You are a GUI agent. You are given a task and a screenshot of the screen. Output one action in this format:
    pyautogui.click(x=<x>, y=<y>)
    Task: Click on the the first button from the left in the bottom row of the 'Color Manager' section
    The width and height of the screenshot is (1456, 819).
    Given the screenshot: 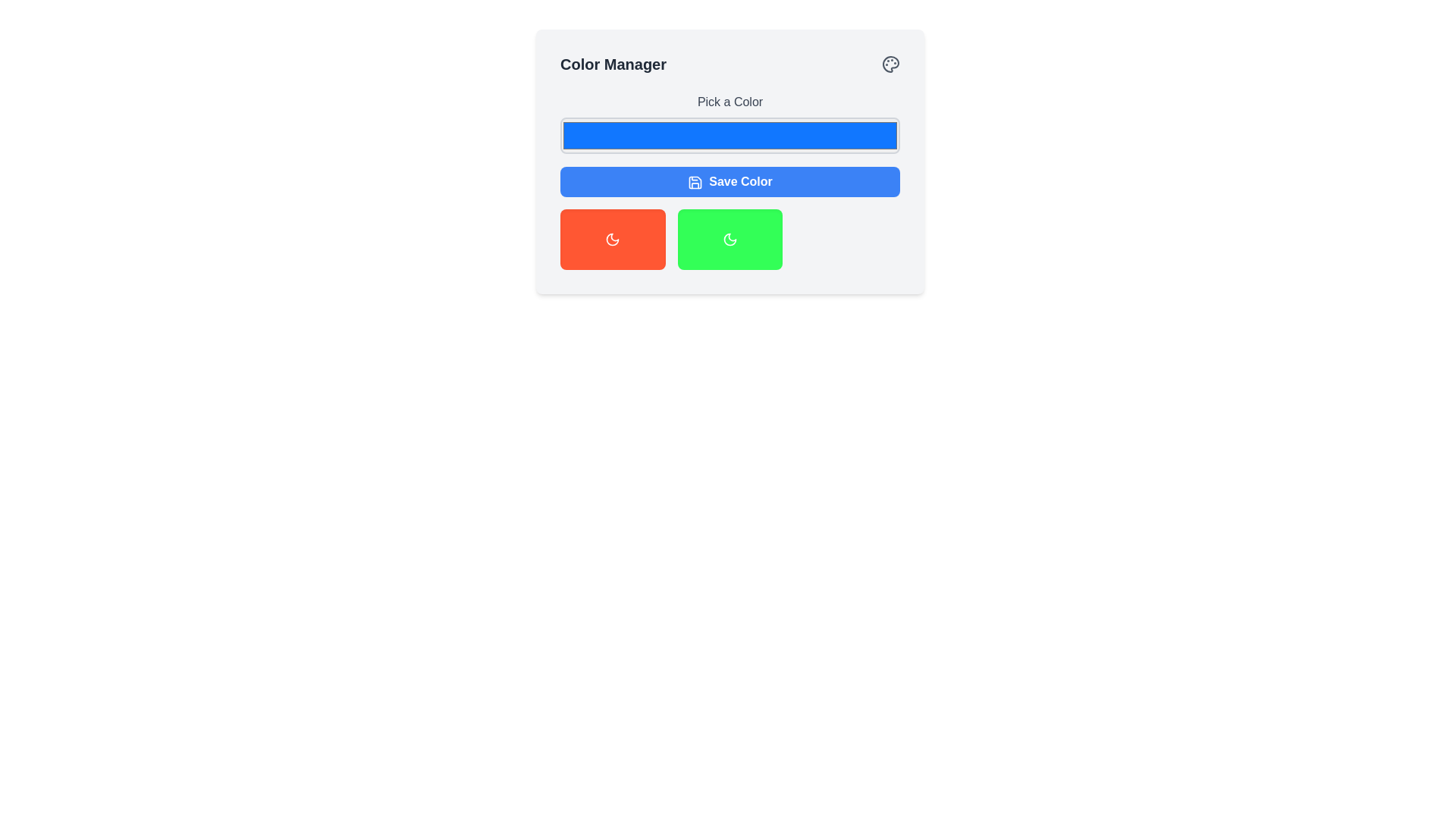 What is the action you would take?
    pyautogui.click(x=613, y=239)
    